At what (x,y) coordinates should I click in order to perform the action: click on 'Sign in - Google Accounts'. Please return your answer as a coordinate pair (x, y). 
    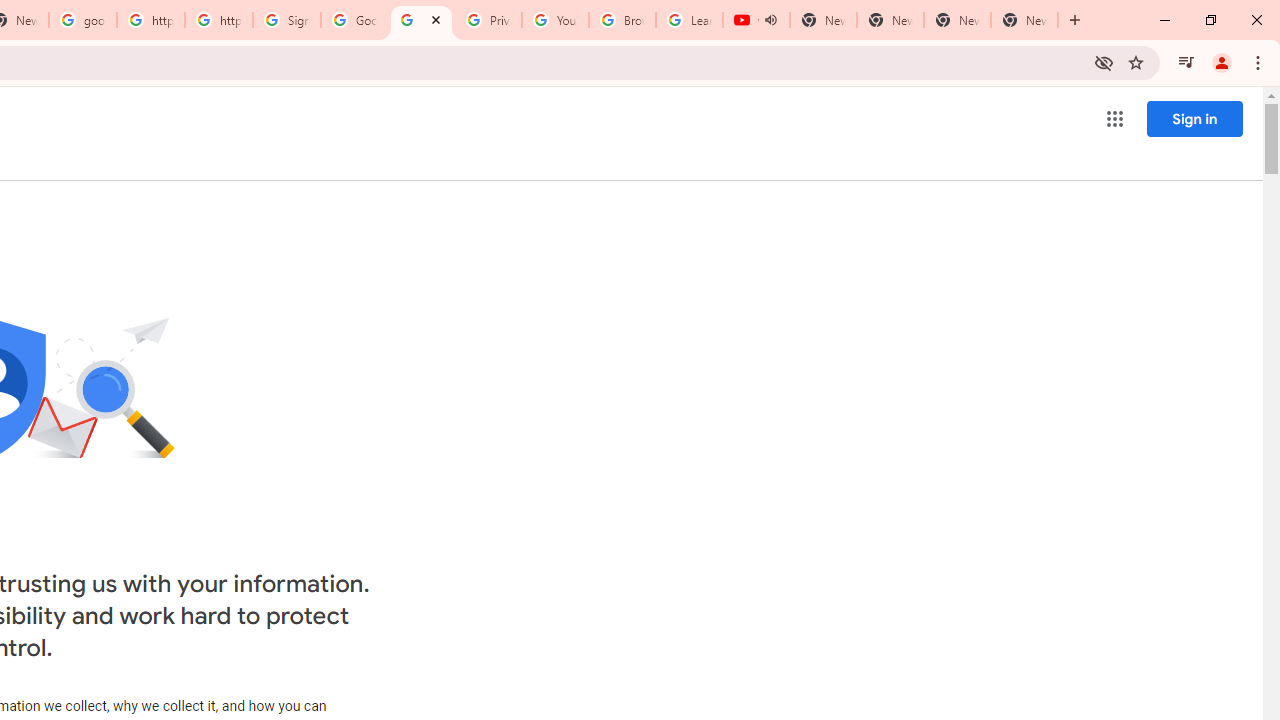
    Looking at the image, I should click on (286, 20).